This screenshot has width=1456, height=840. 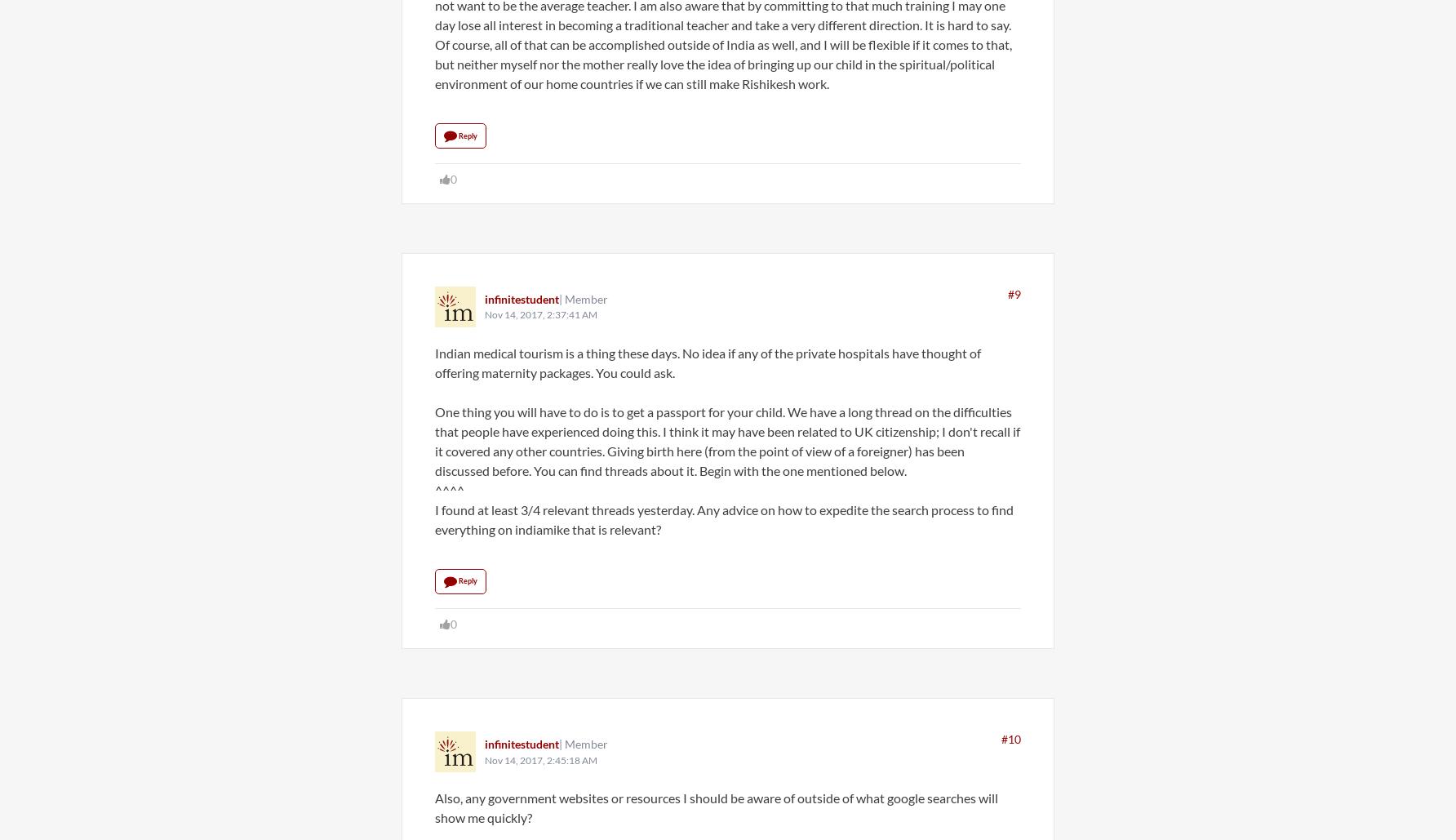 What do you see at coordinates (1007, 293) in the screenshot?
I see `'#9'` at bounding box center [1007, 293].